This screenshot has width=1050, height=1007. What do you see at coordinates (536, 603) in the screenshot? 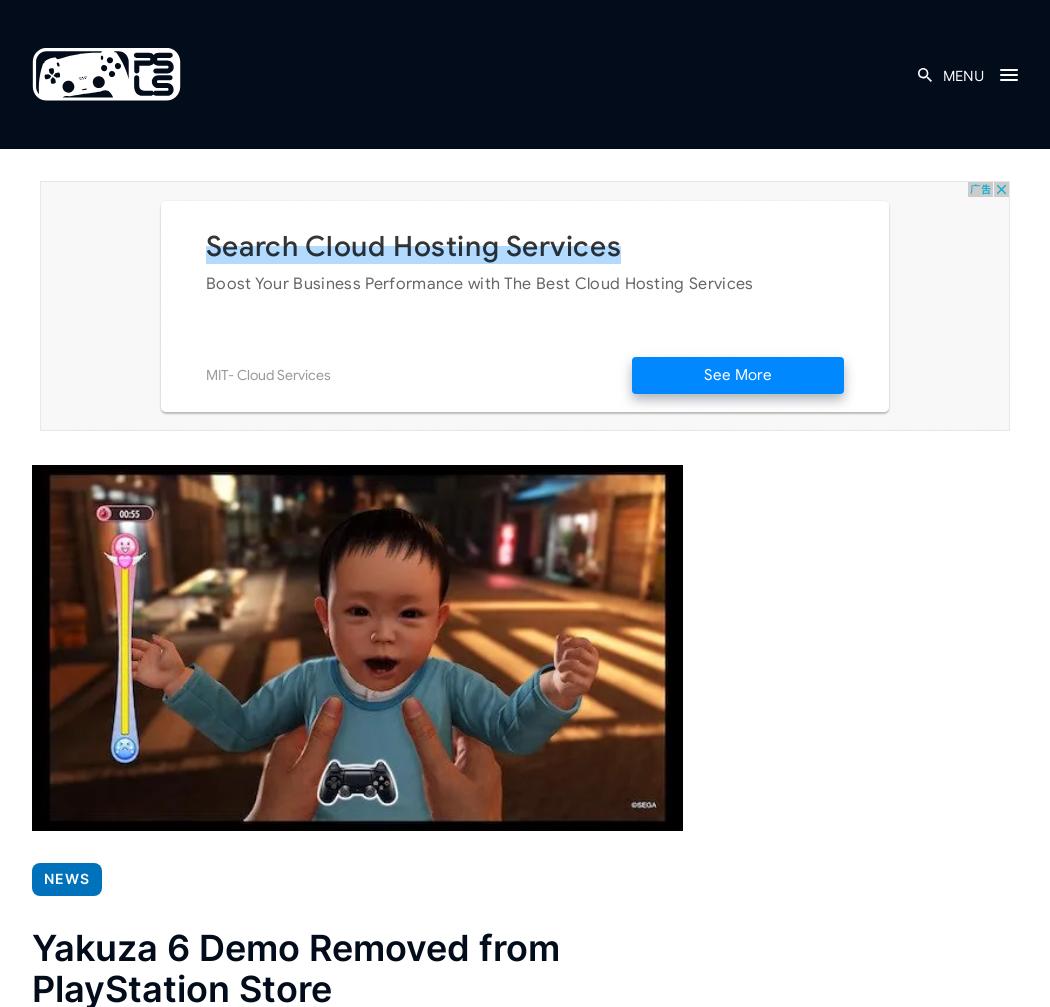
I see `'PS Store Extended Play Sale Begins Today'` at bounding box center [536, 603].